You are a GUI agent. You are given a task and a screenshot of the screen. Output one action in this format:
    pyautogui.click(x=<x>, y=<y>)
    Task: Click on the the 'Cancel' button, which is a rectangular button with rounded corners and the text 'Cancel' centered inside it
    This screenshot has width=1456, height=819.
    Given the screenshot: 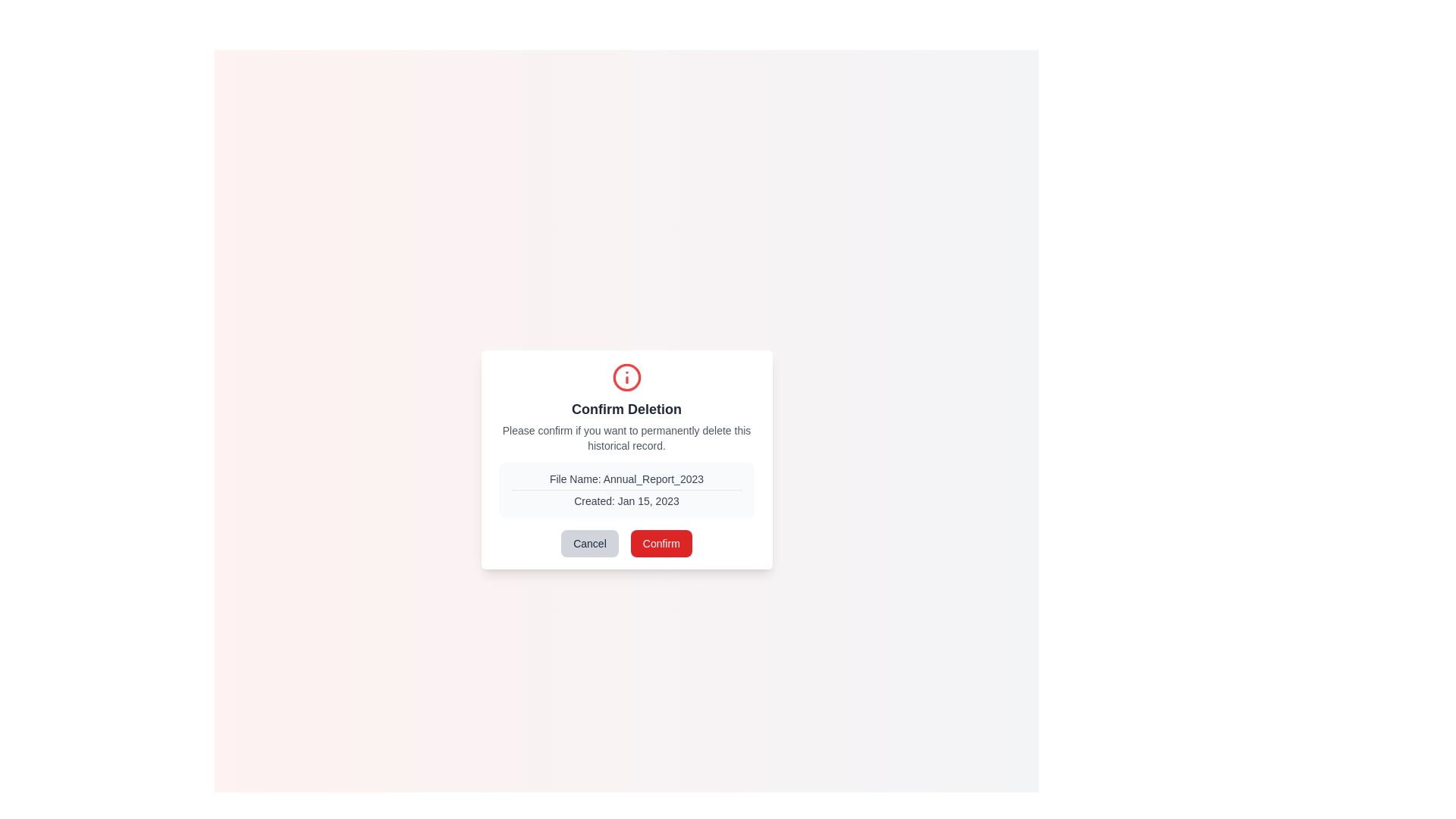 What is the action you would take?
    pyautogui.click(x=588, y=542)
    